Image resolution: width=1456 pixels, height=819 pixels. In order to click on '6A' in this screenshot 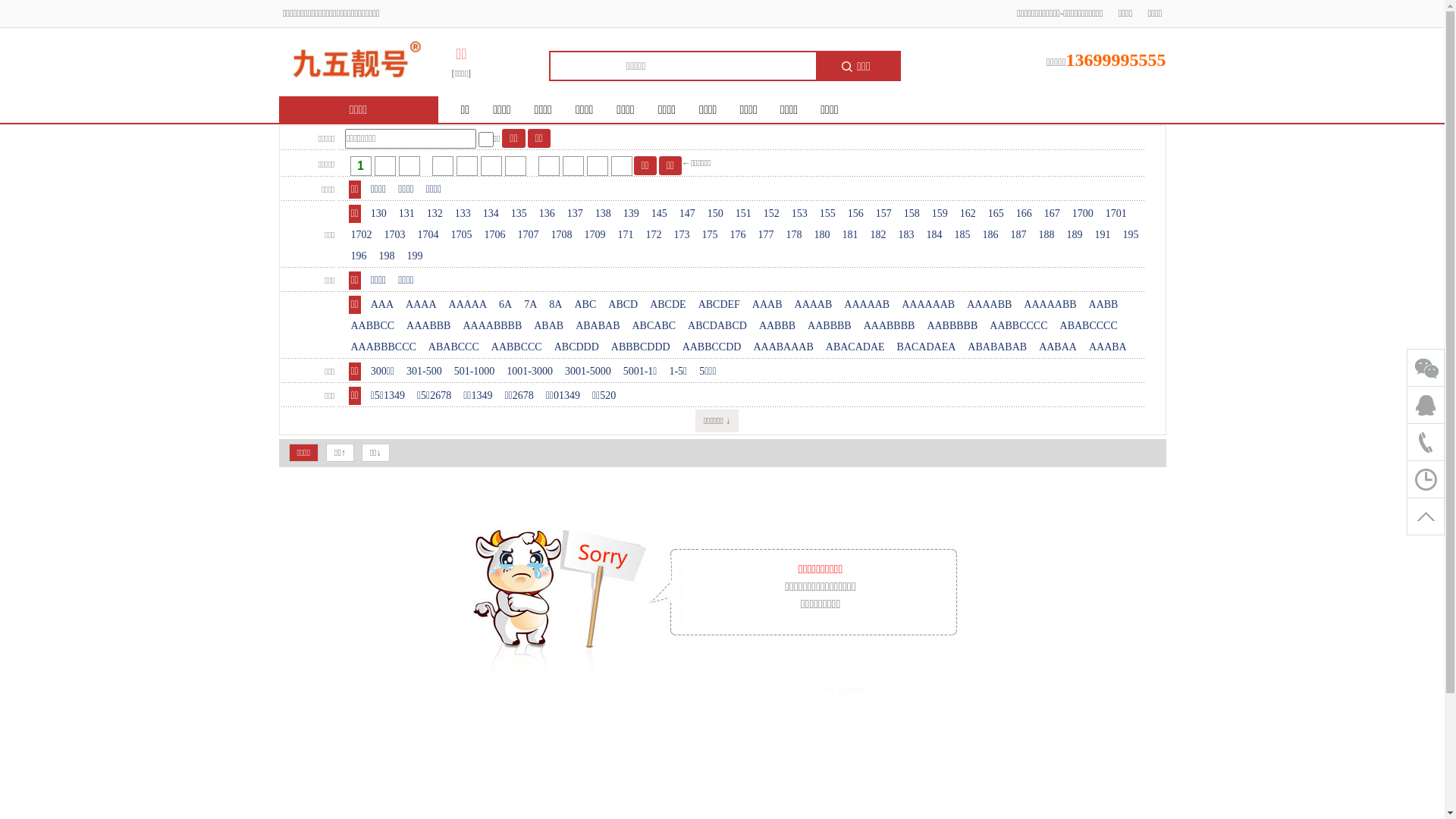, I will do `click(505, 304)`.